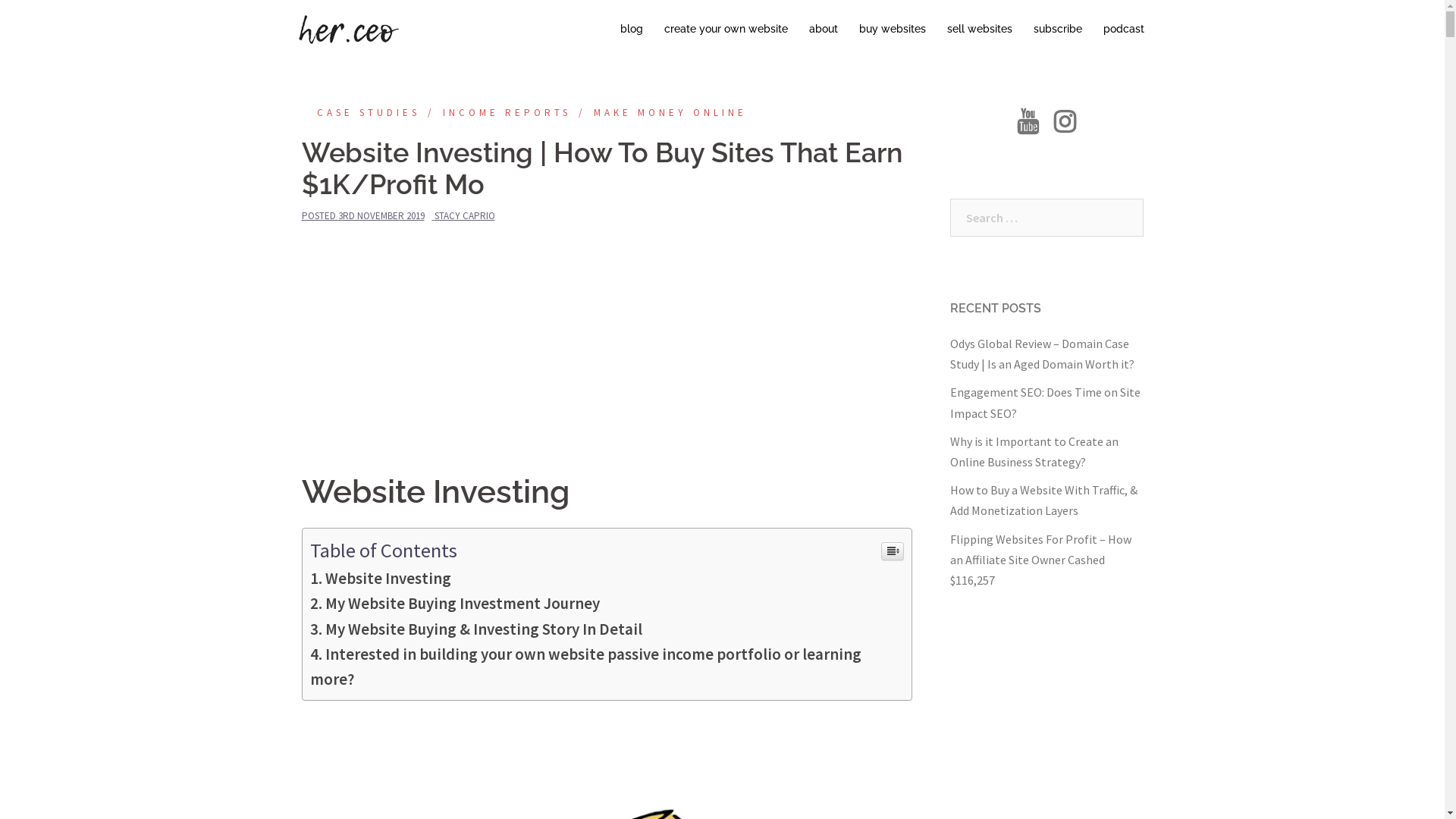 The image size is (1456, 819). What do you see at coordinates (1042, 500) in the screenshot?
I see `'How to Buy a Website With Traffic, & Add Monetization Layers'` at bounding box center [1042, 500].